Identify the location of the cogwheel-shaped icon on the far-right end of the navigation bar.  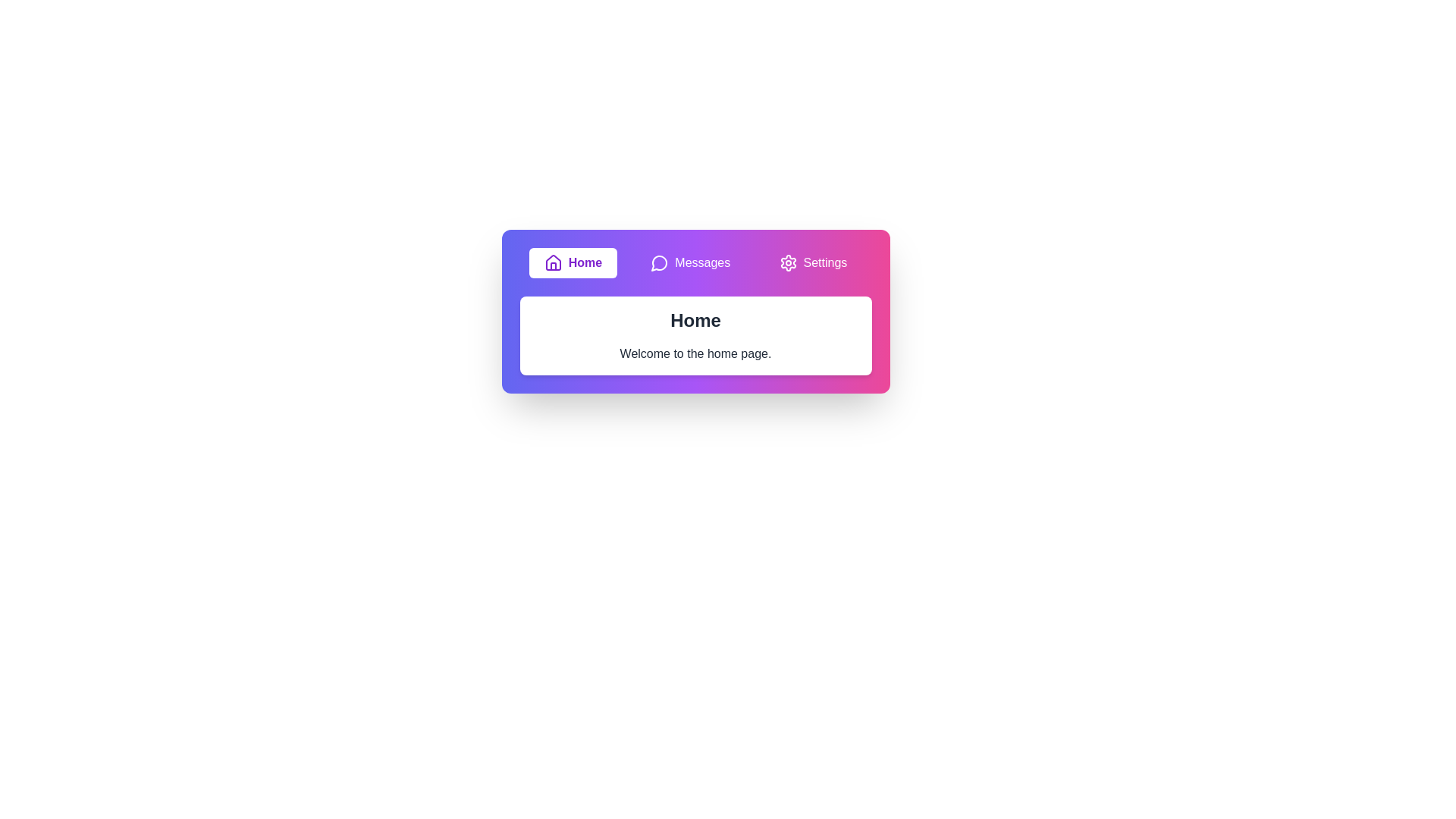
(788, 262).